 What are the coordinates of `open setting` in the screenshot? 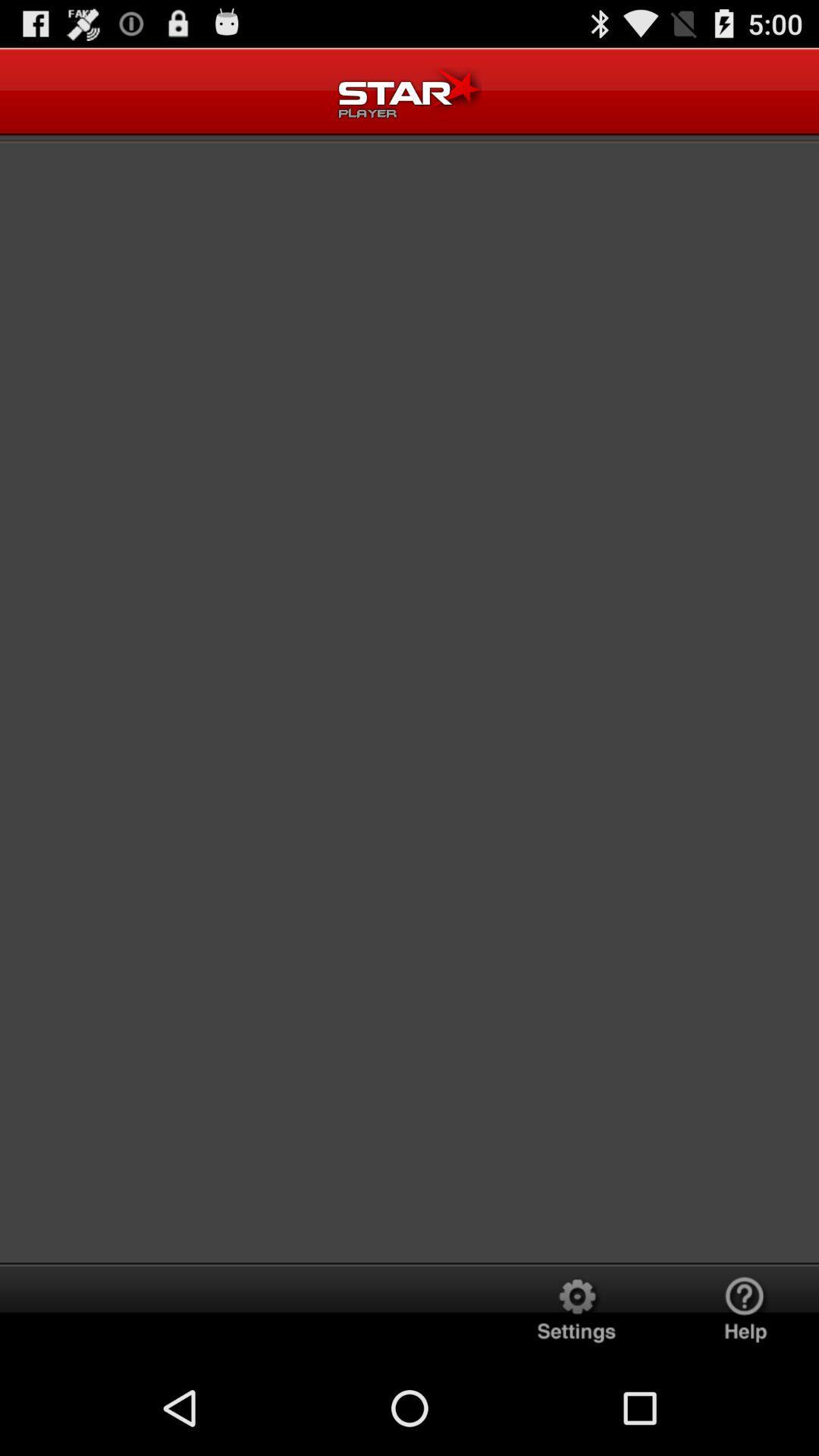 It's located at (576, 1310).